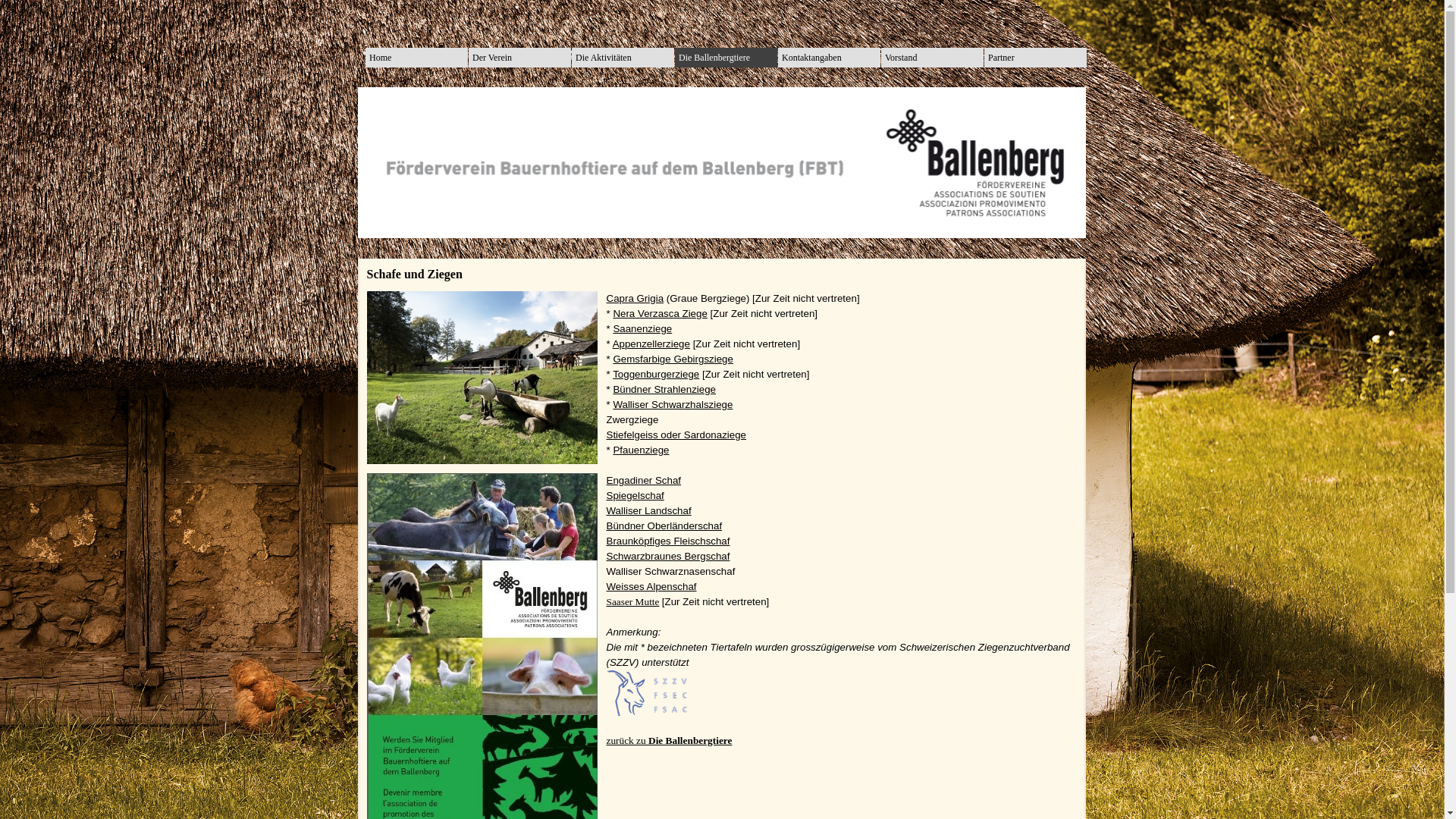 Image resolution: width=1456 pixels, height=819 pixels. What do you see at coordinates (651, 344) in the screenshot?
I see `'Appenzellerziege'` at bounding box center [651, 344].